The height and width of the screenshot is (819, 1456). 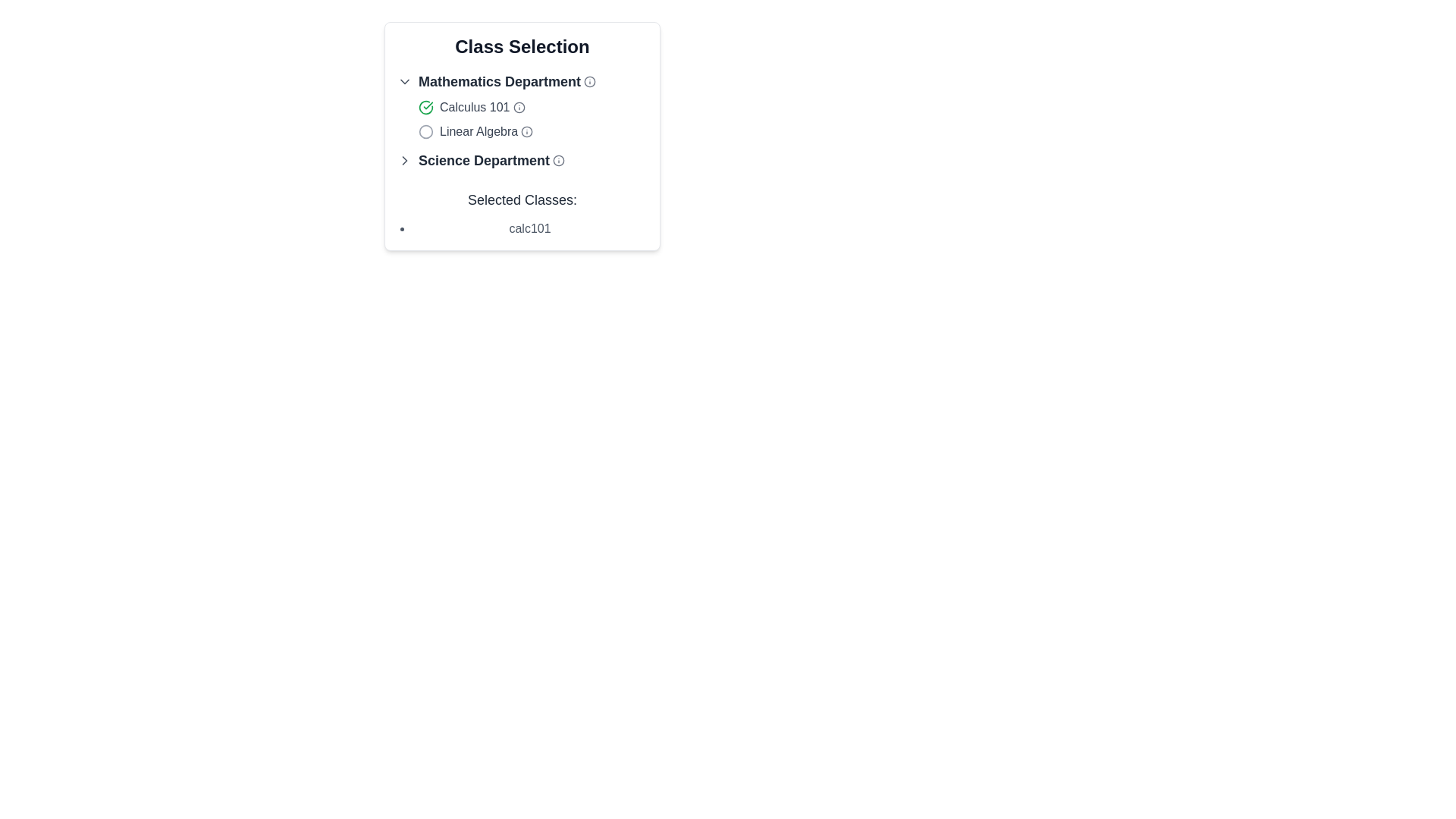 I want to click on the interactive indicator or button for the course 'Linear Algebra' located centrally under the 'Mathematics Department' heading, so click(x=522, y=136).